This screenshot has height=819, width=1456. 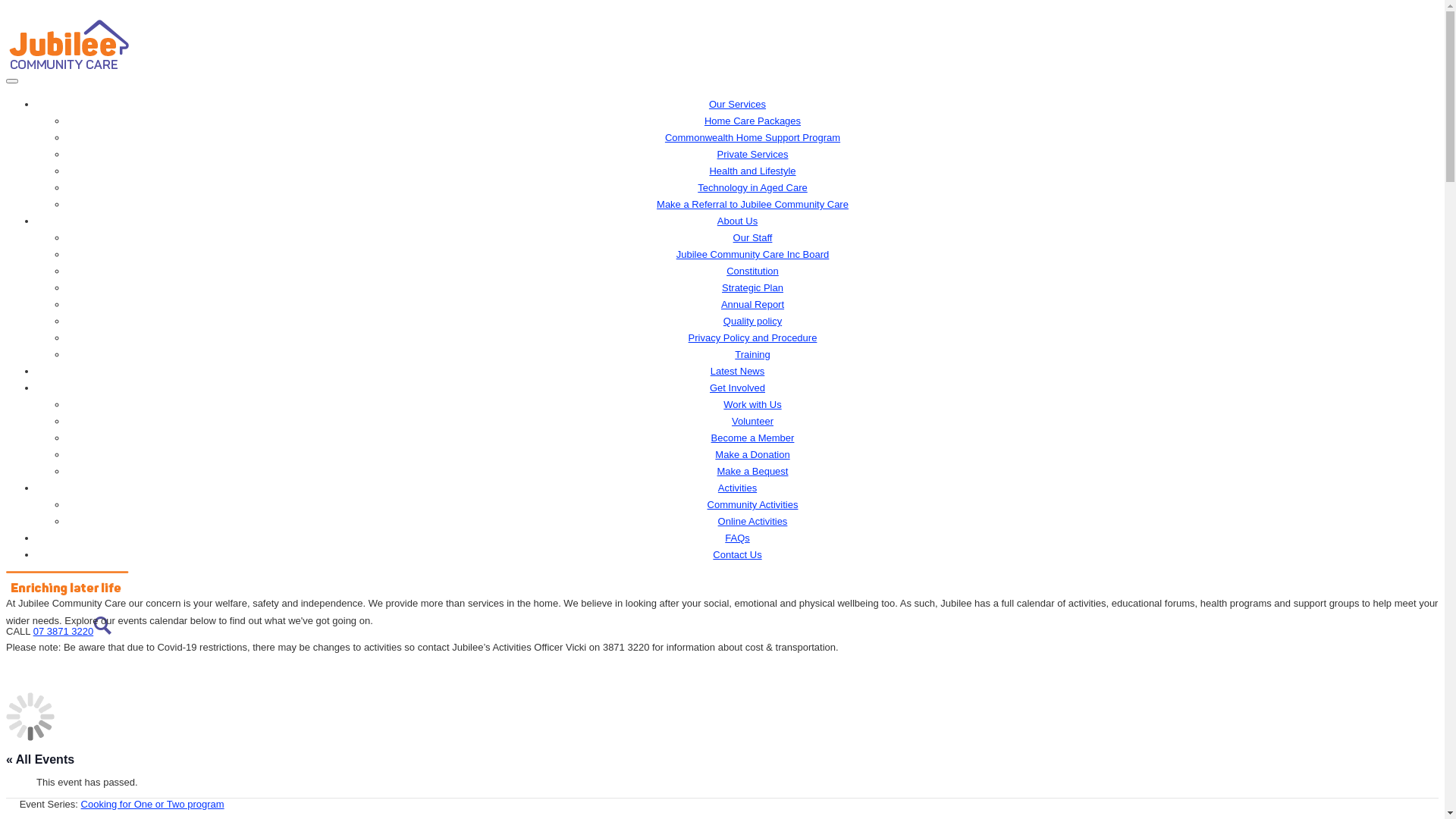 What do you see at coordinates (753, 438) in the screenshot?
I see `'Become a Member'` at bounding box center [753, 438].